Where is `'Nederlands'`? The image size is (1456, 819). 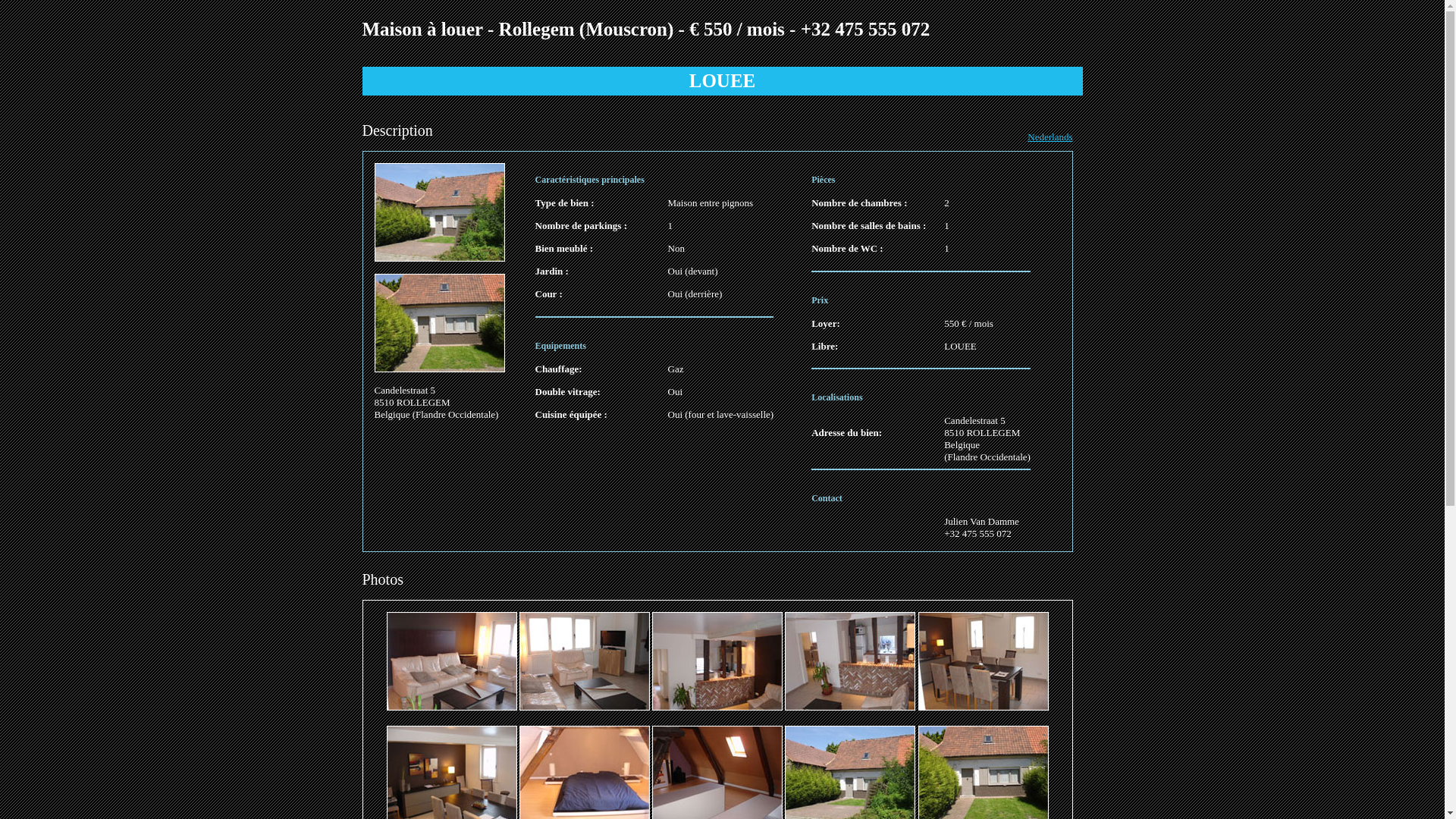
'Nederlands' is located at coordinates (1049, 136).